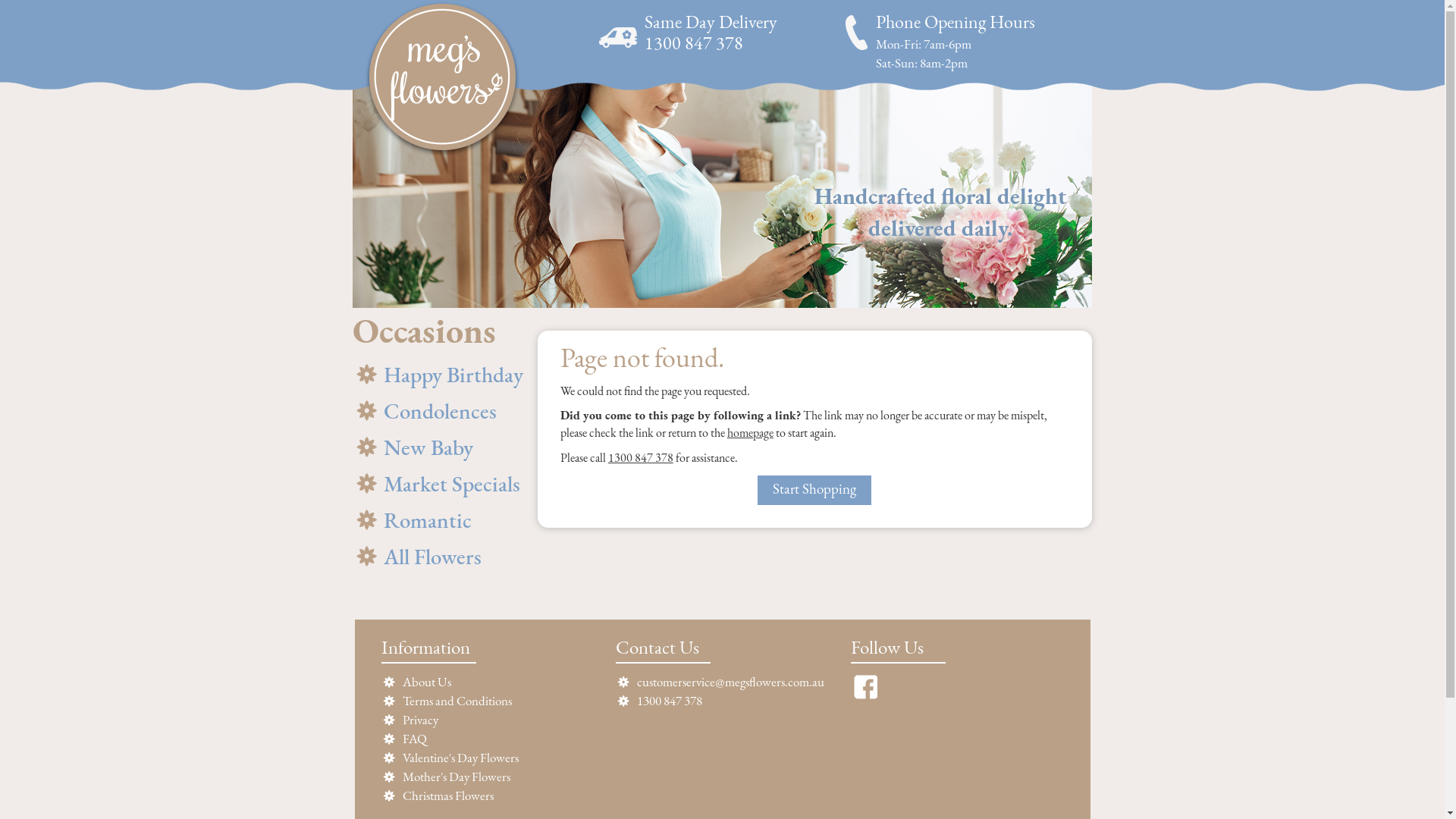 Image resolution: width=1456 pixels, height=819 pixels. Describe the element at coordinates (438, 484) in the screenshot. I see `'Market Specials'` at that location.